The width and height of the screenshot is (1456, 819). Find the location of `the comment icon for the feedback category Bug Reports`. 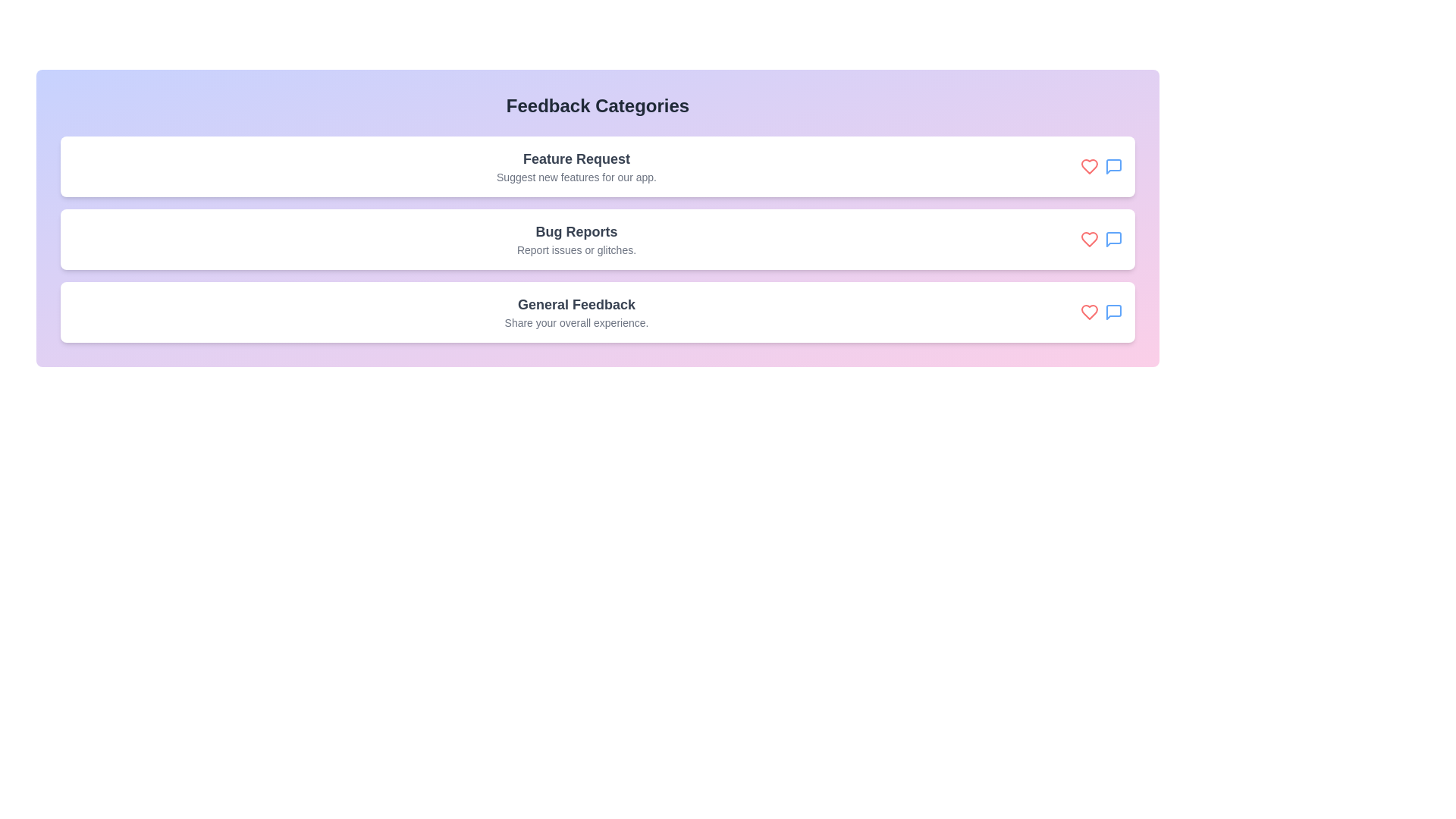

the comment icon for the feedback category Bug Reports is located at coordinates (1113, 239).